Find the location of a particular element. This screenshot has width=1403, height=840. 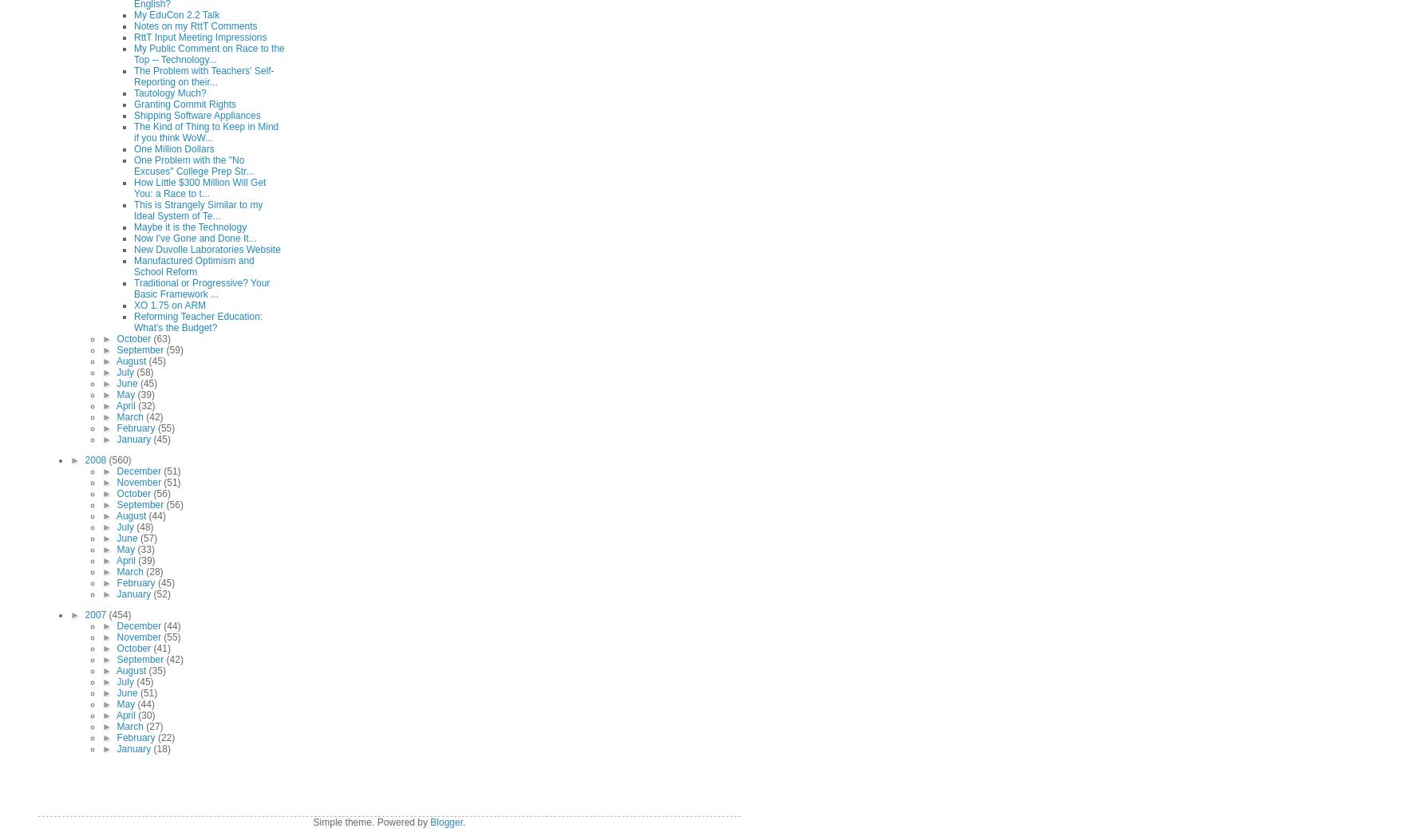

'(41)' is located at coordinates (160, 649).